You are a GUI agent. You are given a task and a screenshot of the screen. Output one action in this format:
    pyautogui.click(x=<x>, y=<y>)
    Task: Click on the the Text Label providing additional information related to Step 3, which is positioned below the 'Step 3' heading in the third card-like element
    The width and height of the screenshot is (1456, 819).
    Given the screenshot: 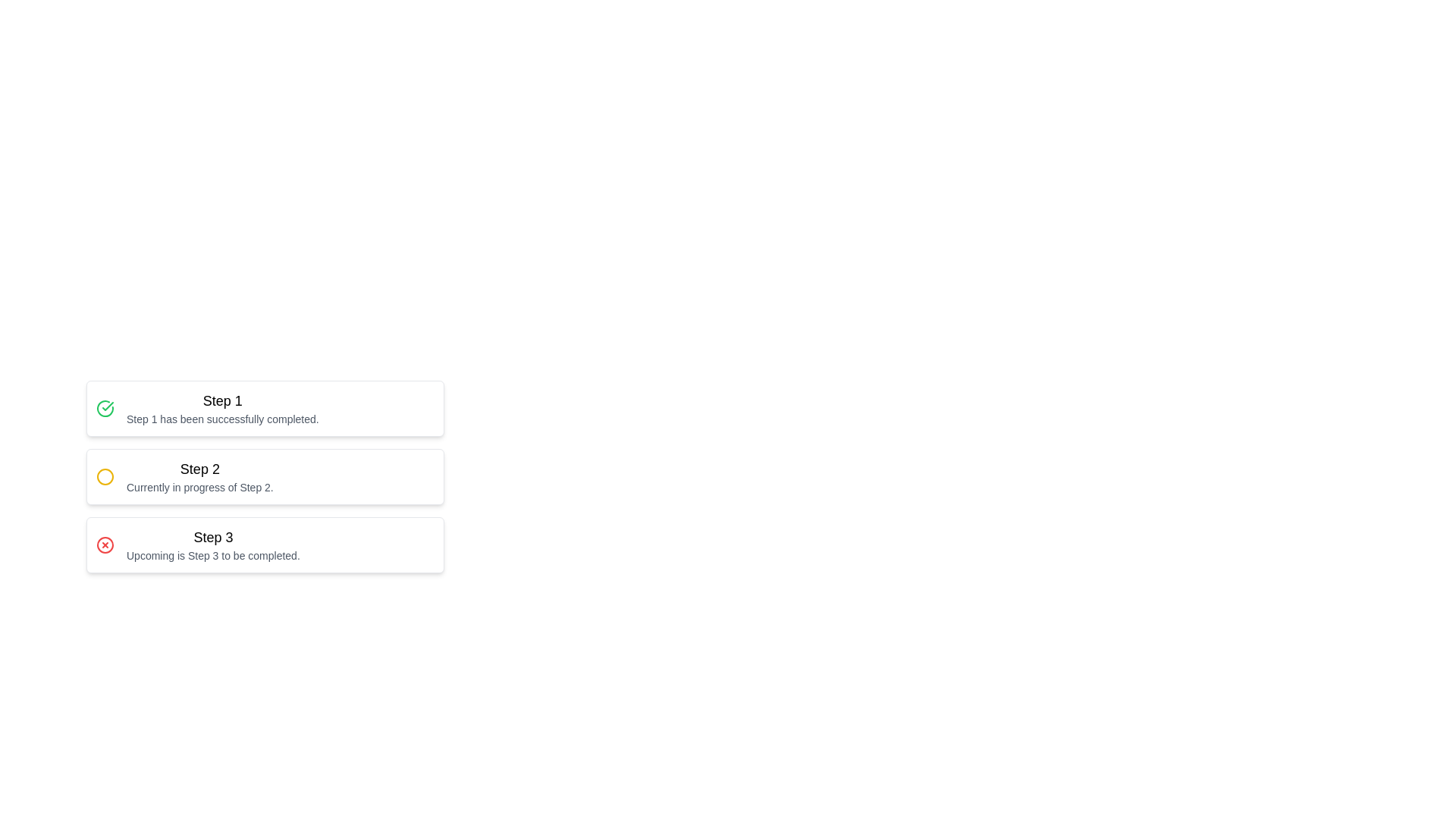 What is the action you would take?
    pyautogui.click(x=212, y=555)
    